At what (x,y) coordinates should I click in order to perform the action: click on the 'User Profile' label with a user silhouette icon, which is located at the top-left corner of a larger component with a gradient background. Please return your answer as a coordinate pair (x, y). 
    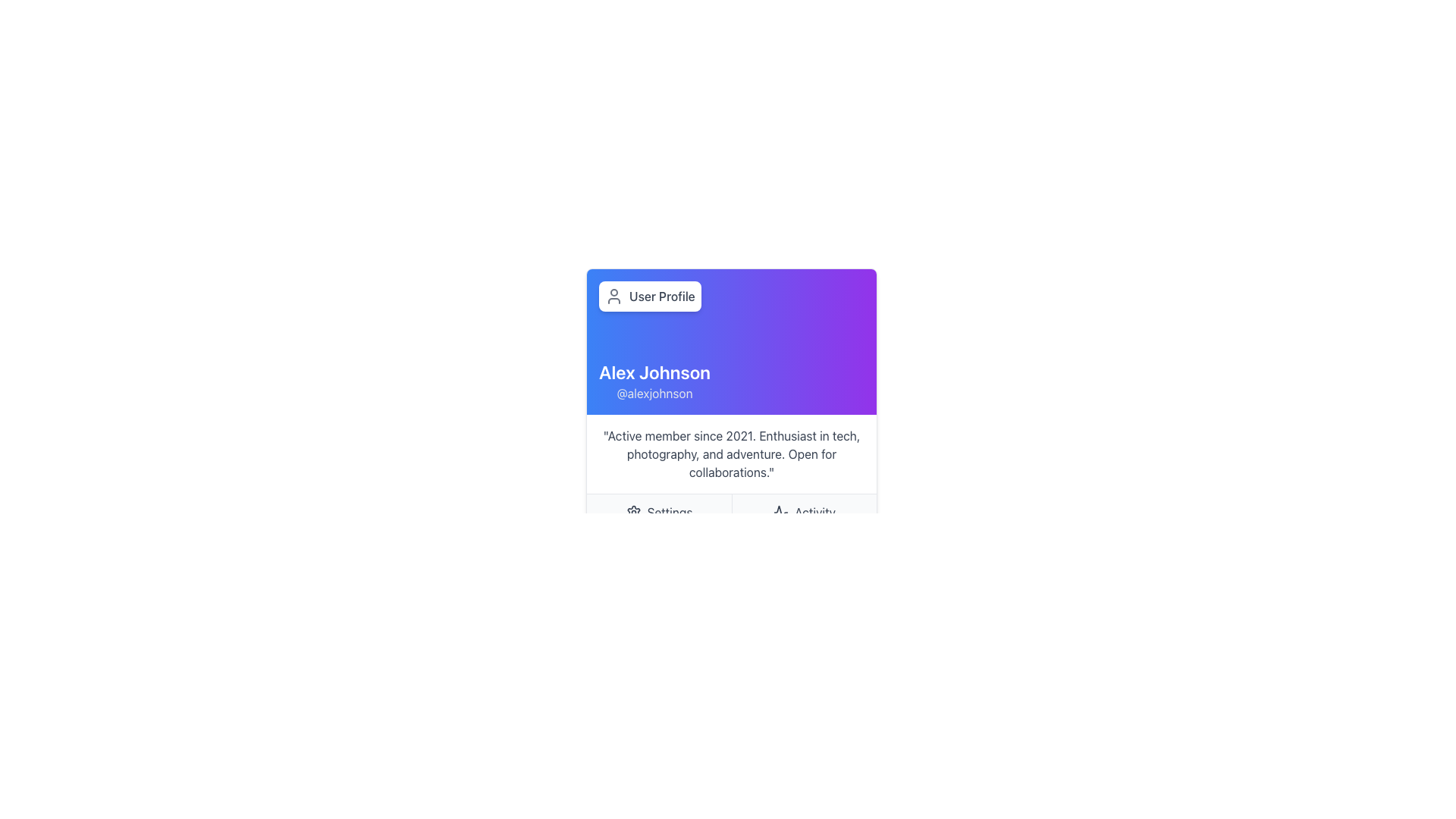
    Looking at the image, I should click on (650, 296).